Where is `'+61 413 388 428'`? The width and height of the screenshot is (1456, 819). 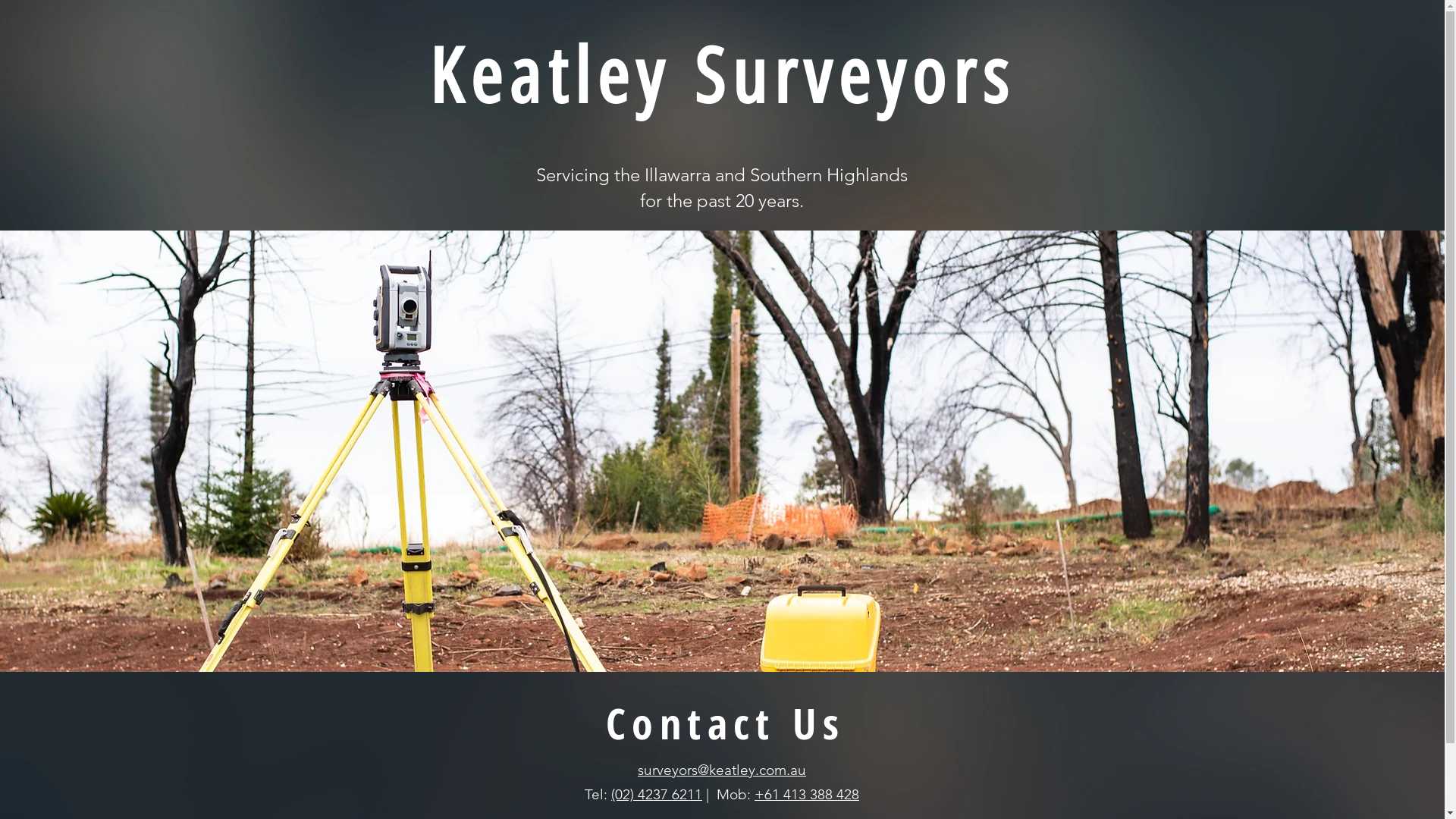 '+61 413 388 428' is located at coordinates (806, 793).